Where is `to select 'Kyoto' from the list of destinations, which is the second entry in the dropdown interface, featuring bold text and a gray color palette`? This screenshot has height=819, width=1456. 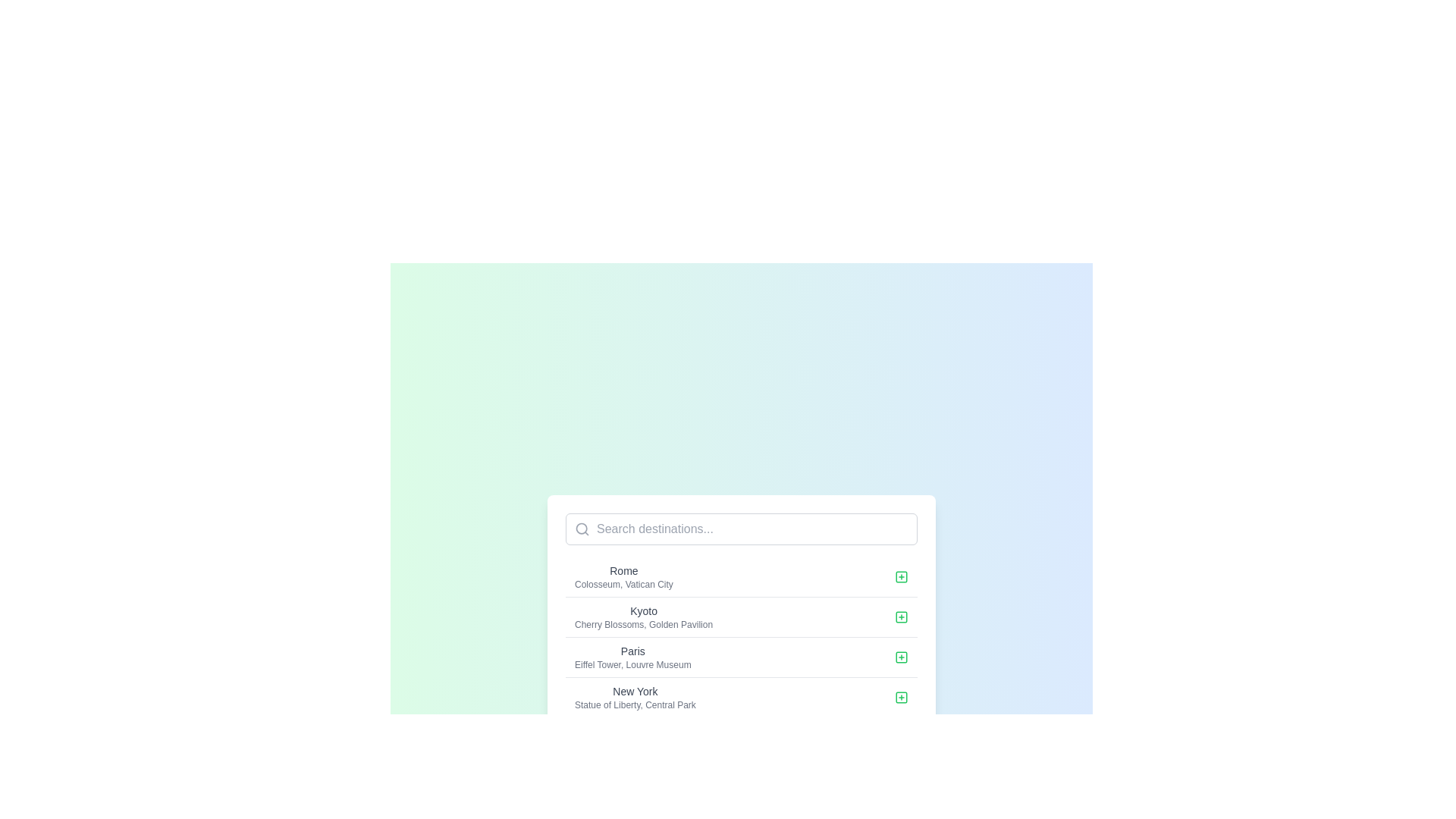
to select 'Kyoto' from the list of destinations, which is the second entry in the dropdown interface, featuring bold text and a gray color palette is located at coordinates (644, 617).